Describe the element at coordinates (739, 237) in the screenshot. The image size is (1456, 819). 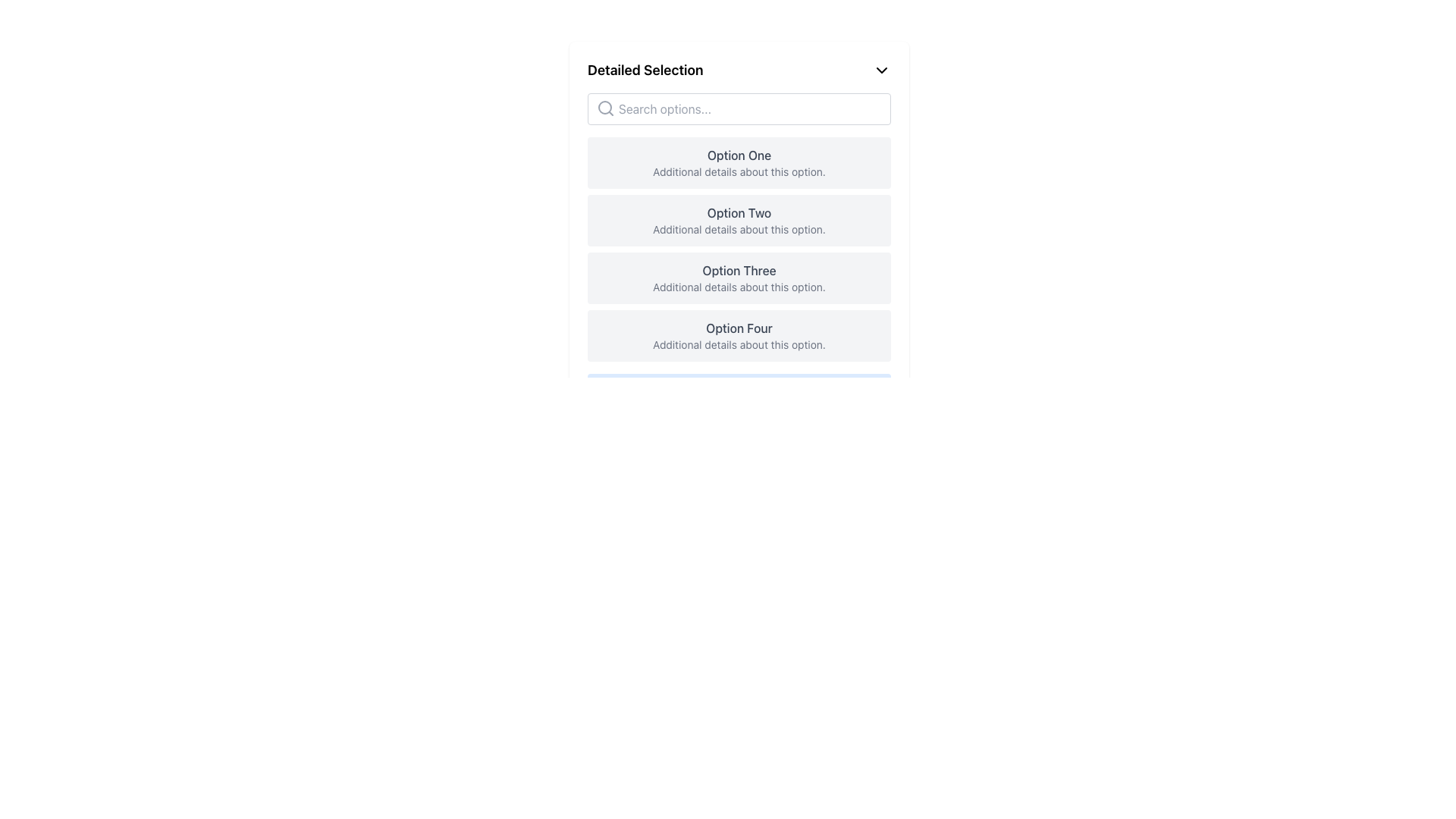
I see `the second selectable card in the list under the header 'Detailed Selection'` at that location.